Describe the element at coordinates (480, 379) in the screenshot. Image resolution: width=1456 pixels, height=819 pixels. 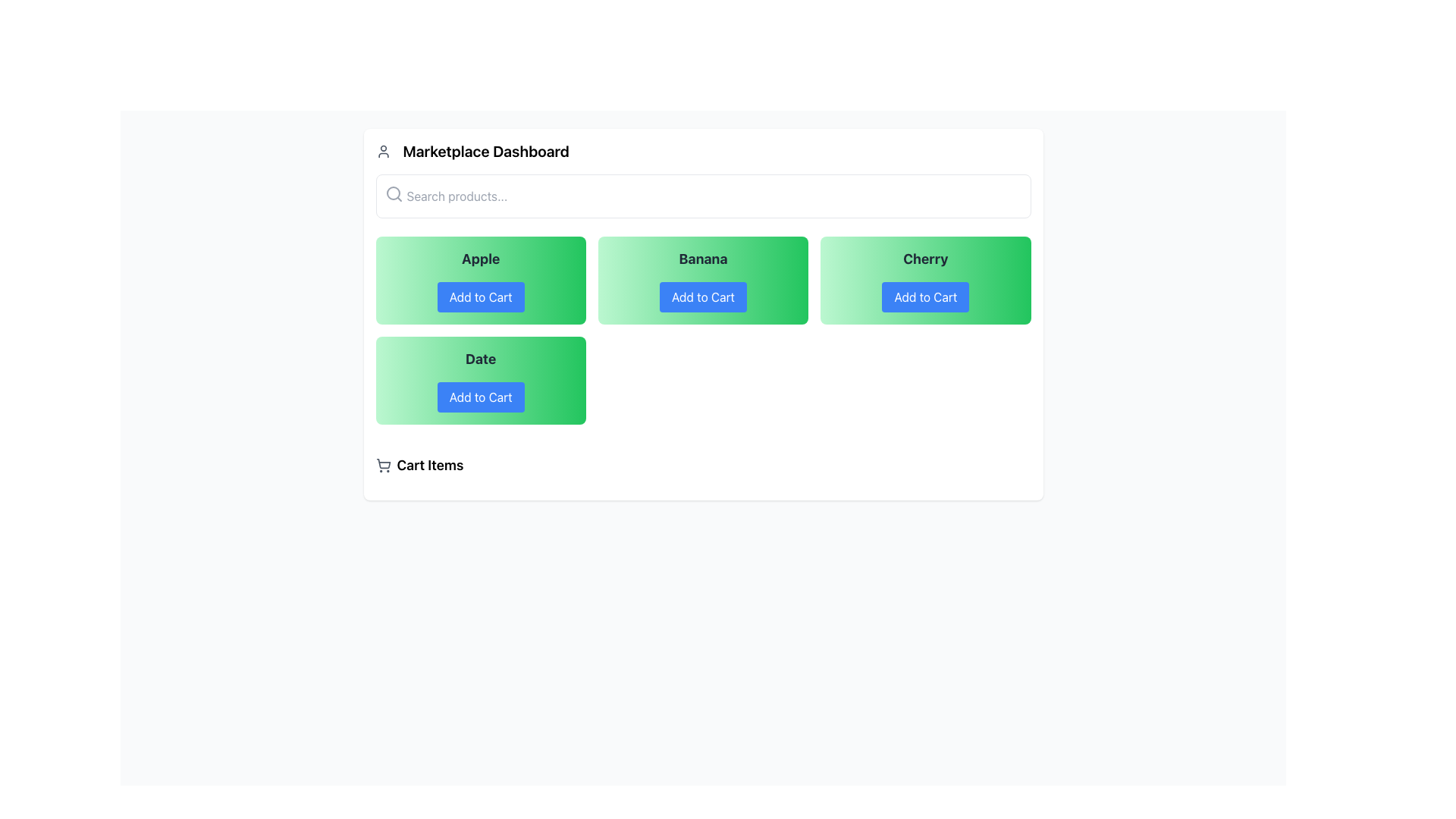
I see `the fourth card in the grid layout that contains the item 'Date'` at that location.